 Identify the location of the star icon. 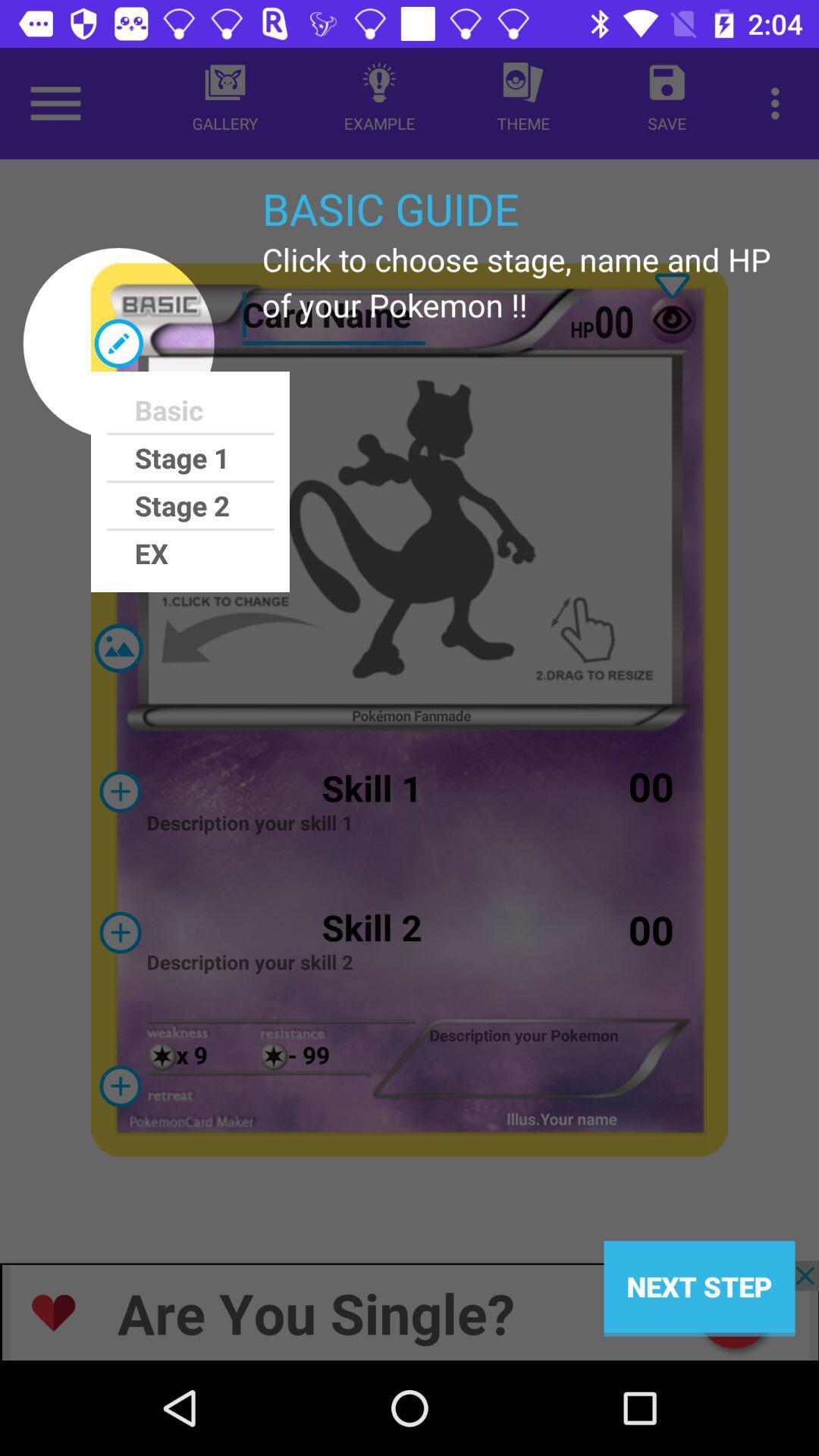
(162, 1056).